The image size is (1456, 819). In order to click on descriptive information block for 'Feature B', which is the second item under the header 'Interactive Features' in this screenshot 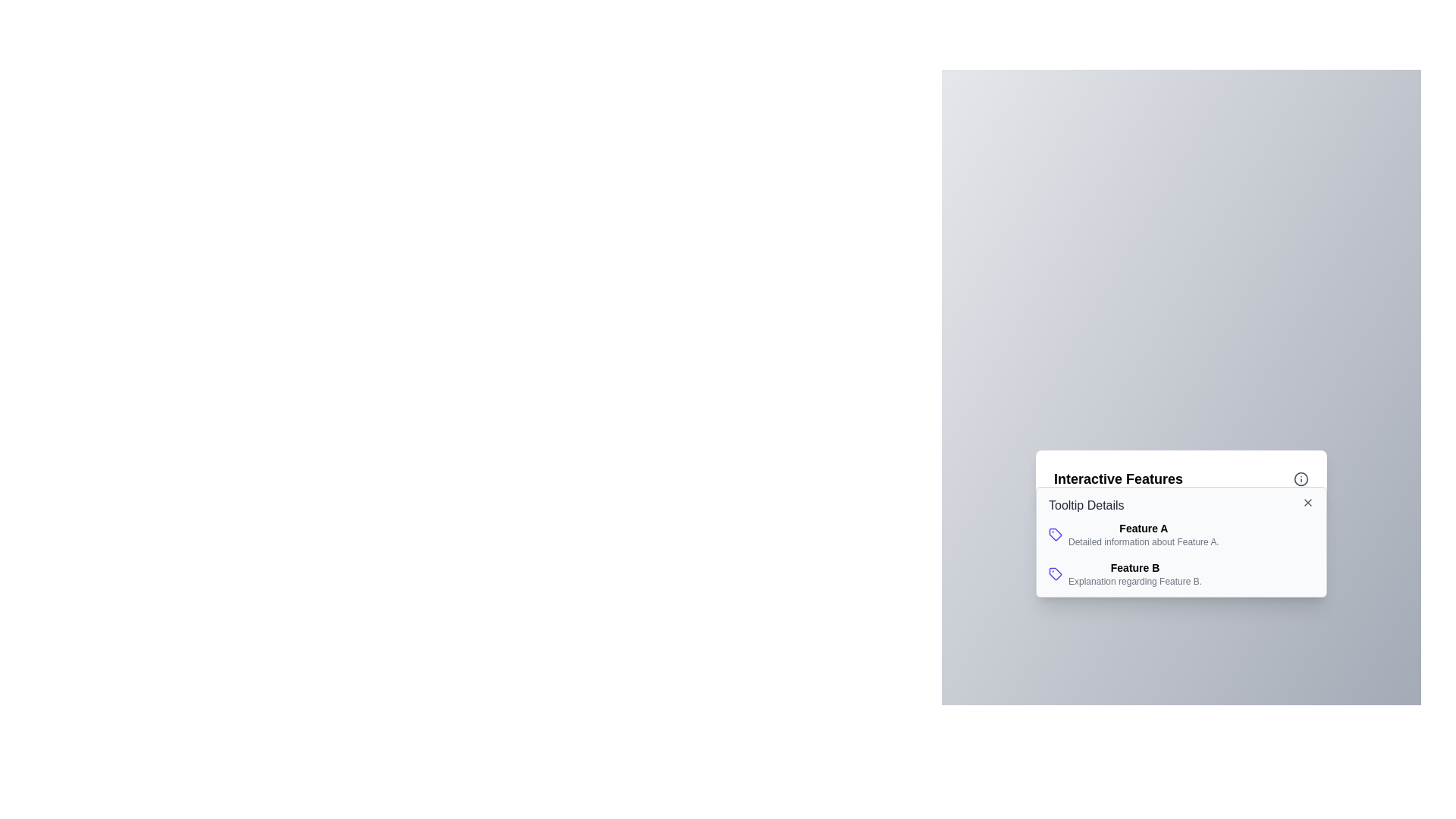, I will do `click(1181, 573)`.